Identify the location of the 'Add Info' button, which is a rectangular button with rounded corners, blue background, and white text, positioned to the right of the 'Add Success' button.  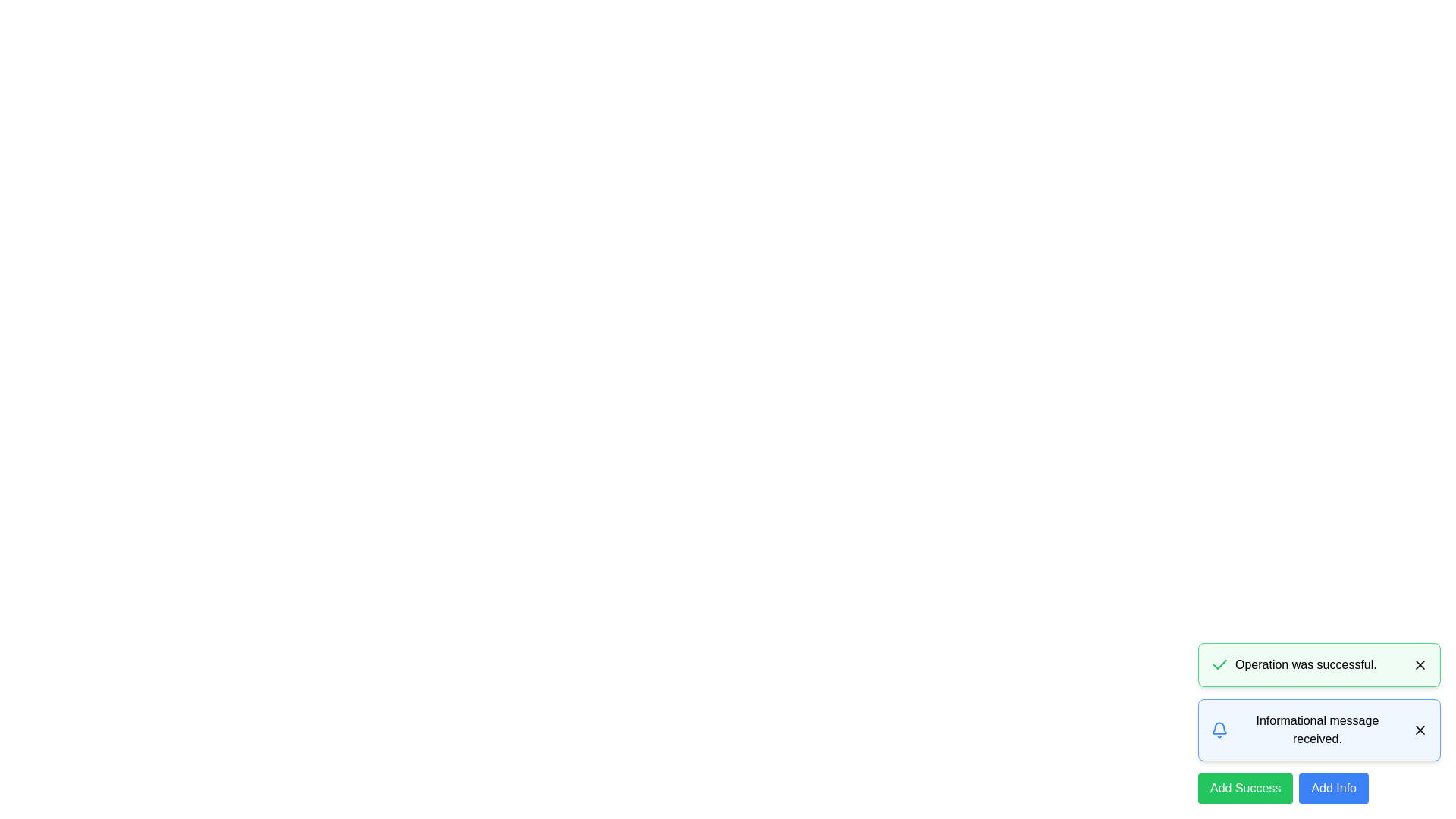
(1333, 788).